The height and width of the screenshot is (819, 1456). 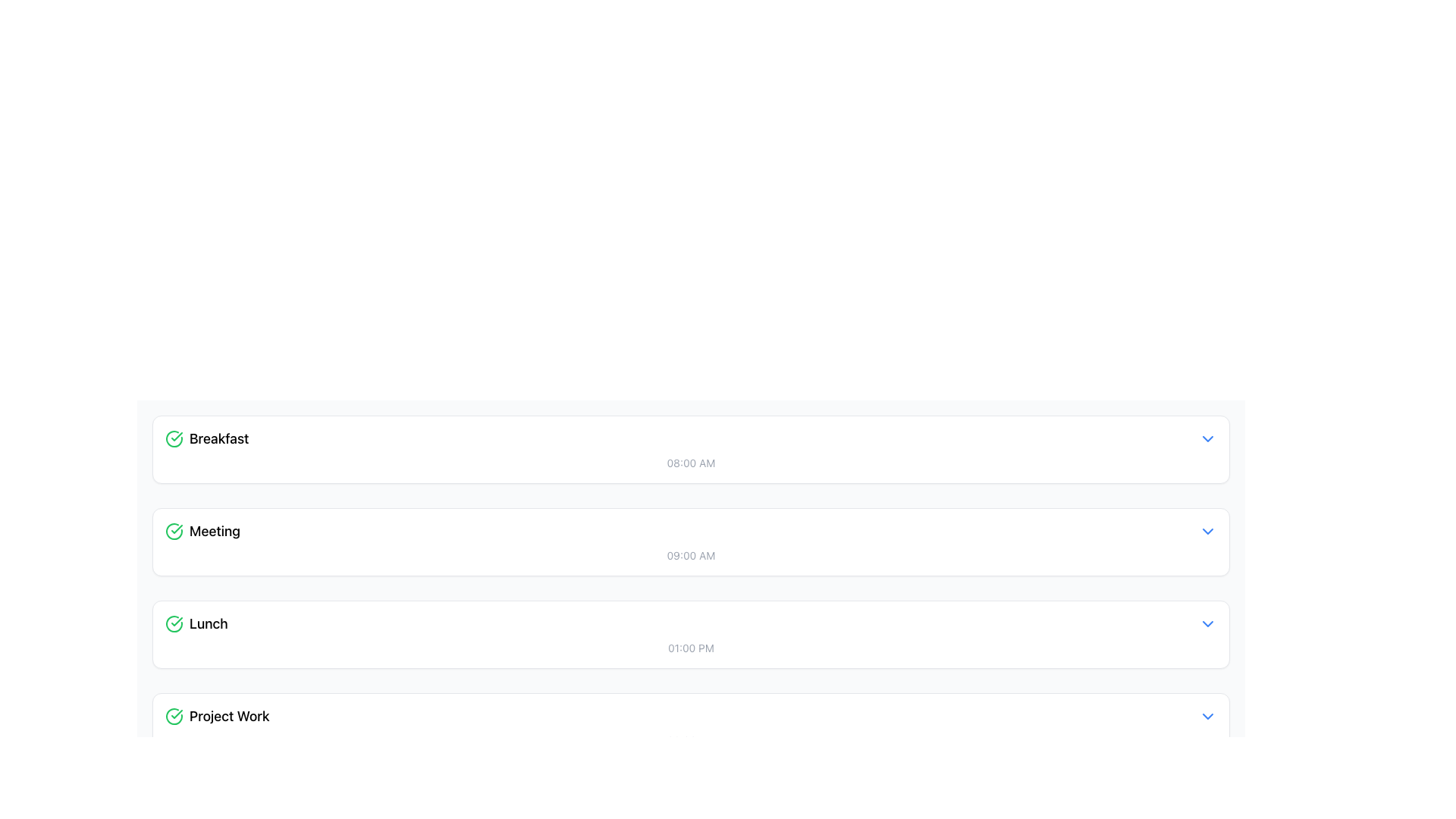 What do you see at coordinates (690, 541) in the screenshot?
I see `the scheduled item card labeled 'Meeting' at 09:00 AM, which is the second item in the vertically listed schedule` at bounding box center [690, 541].